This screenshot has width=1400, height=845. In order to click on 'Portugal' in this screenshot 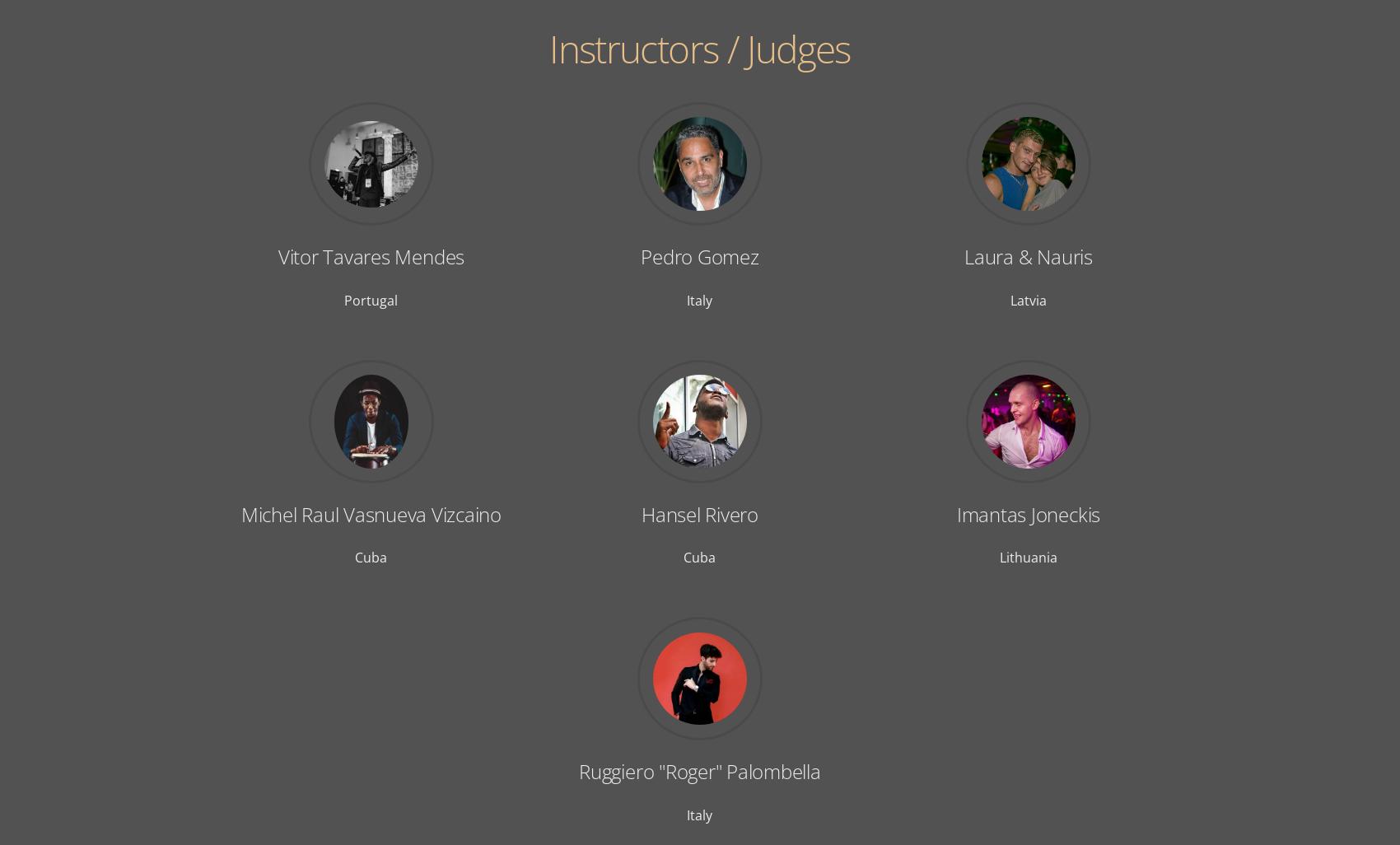, I will do `click(371, 300)`.